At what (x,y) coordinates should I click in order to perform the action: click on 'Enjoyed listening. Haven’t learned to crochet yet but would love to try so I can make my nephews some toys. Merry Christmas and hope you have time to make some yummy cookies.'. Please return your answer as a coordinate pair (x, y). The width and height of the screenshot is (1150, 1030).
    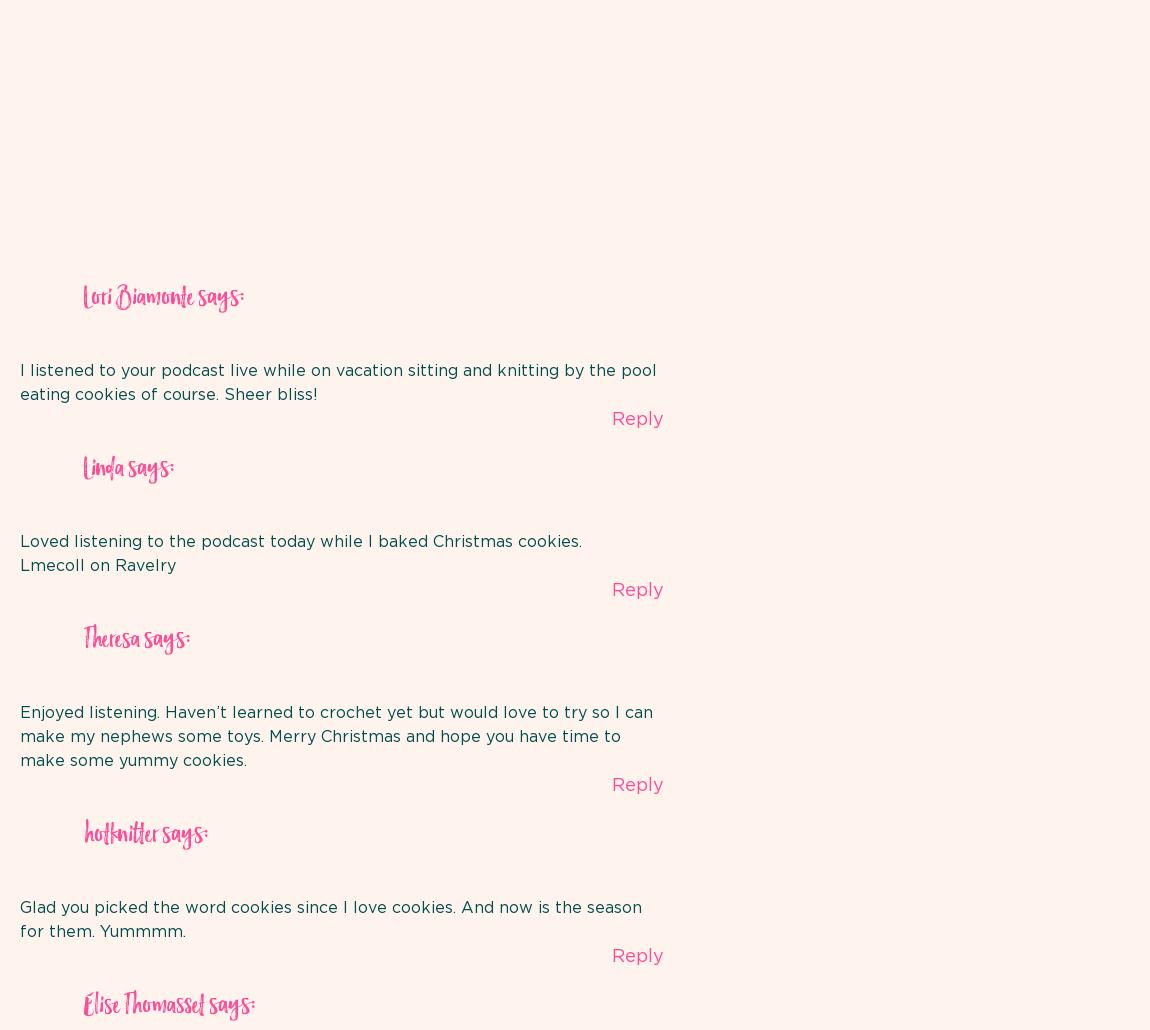
    Looking at the image, I should click on (336, 736).